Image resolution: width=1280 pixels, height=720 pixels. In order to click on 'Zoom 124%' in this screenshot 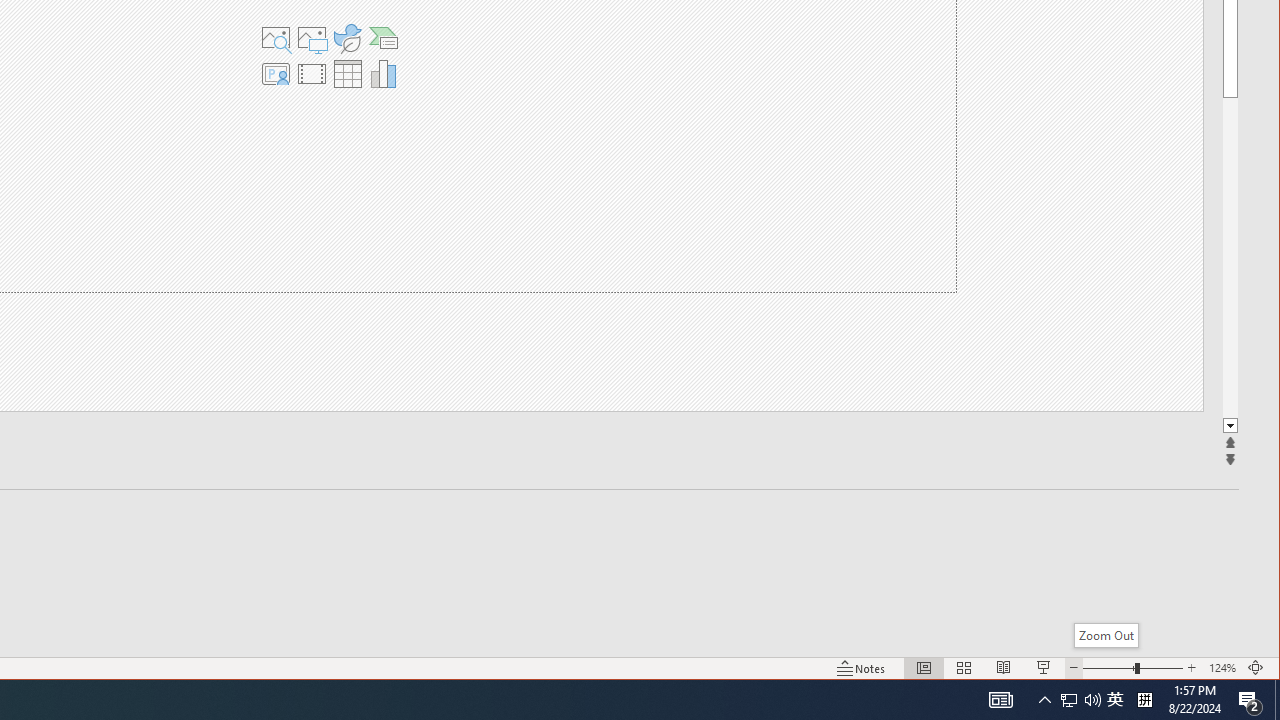, I will do `click(1221, 668)`.